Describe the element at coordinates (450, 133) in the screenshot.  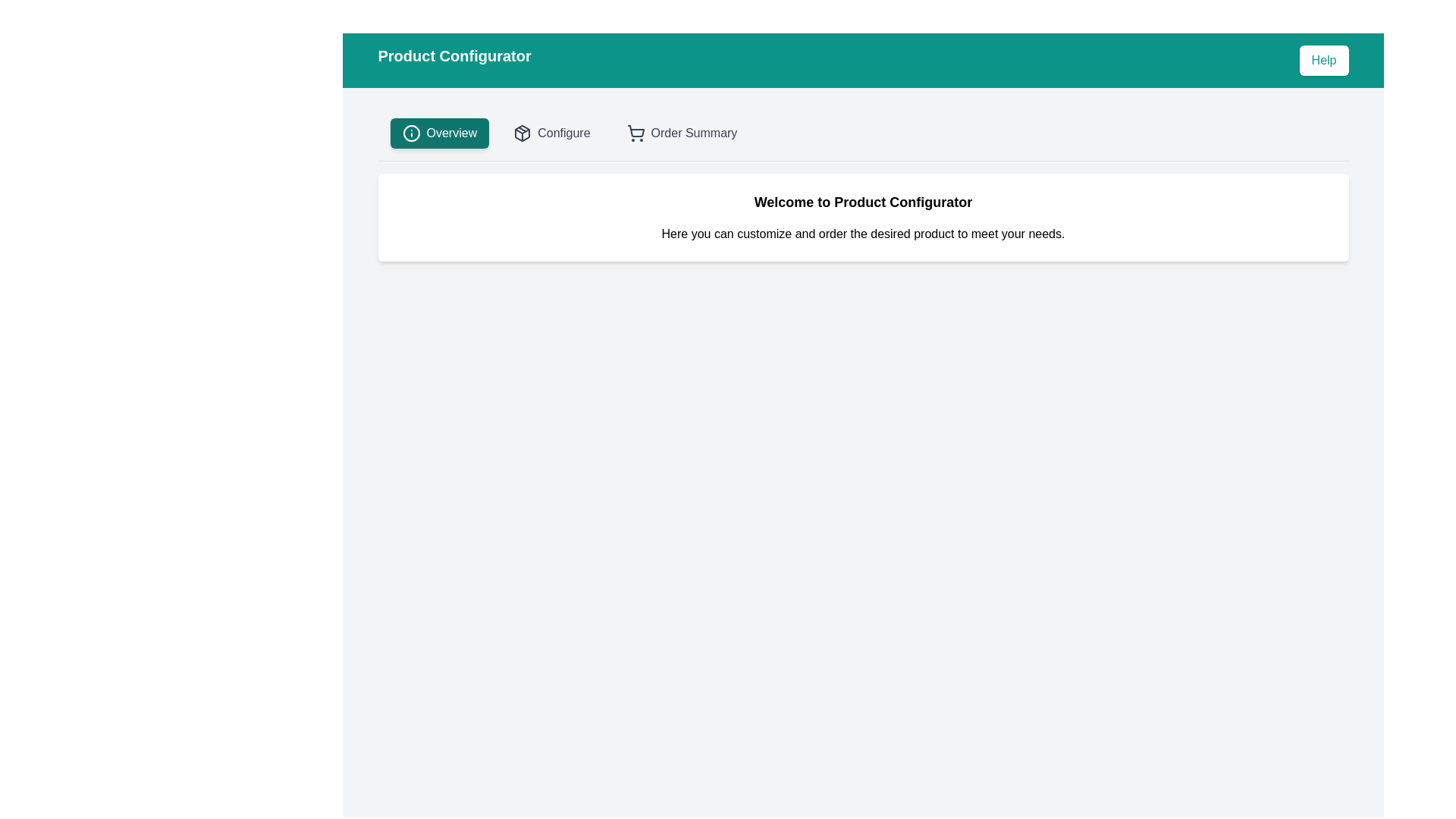
I see `the Menu button located in the navigation menu bar` at that location.